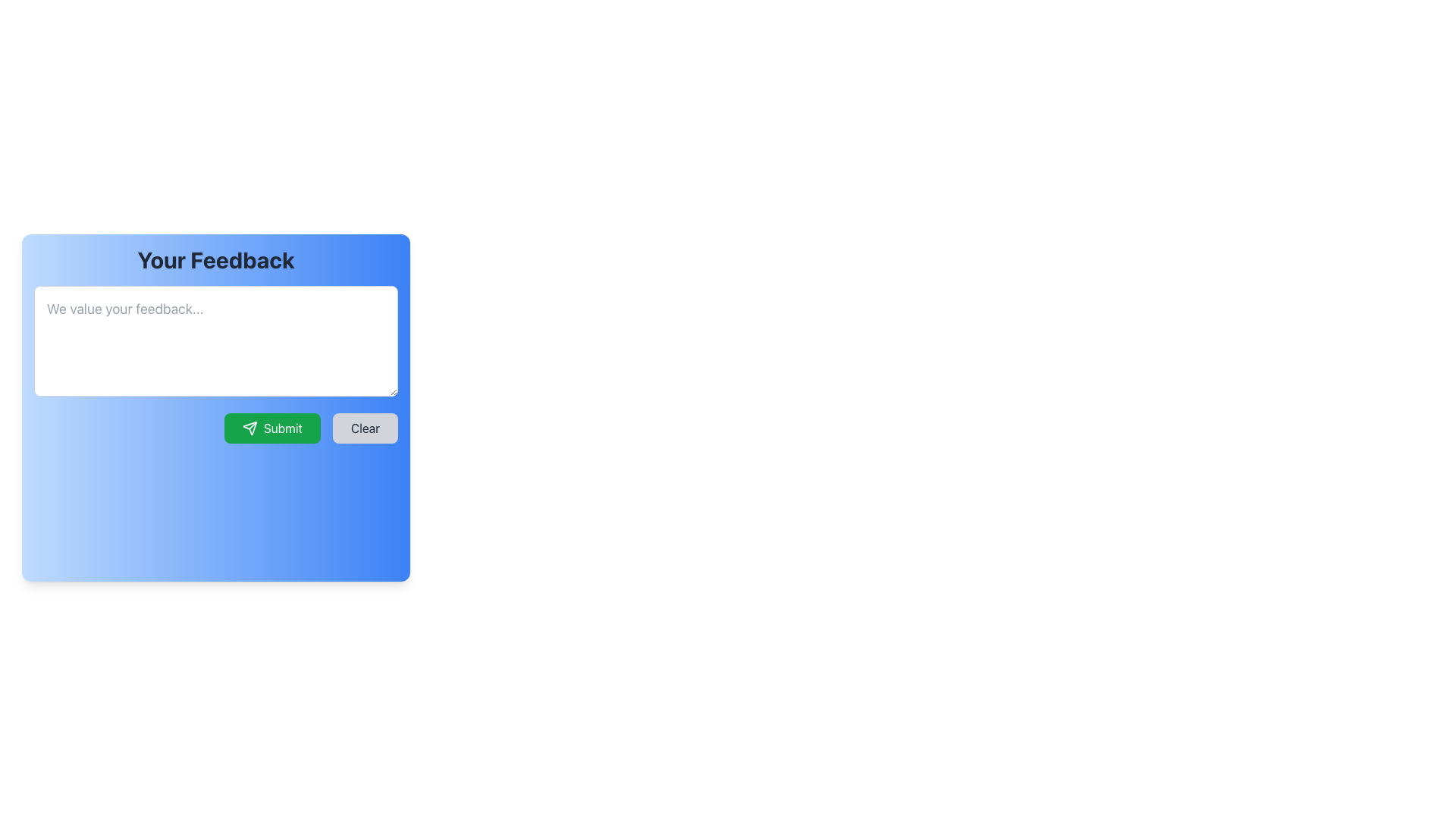 This screenshot has width=1456, height=819. I want to click on the 'Submit' button located inside the green button below the feedback text input area, so click(283, 428).